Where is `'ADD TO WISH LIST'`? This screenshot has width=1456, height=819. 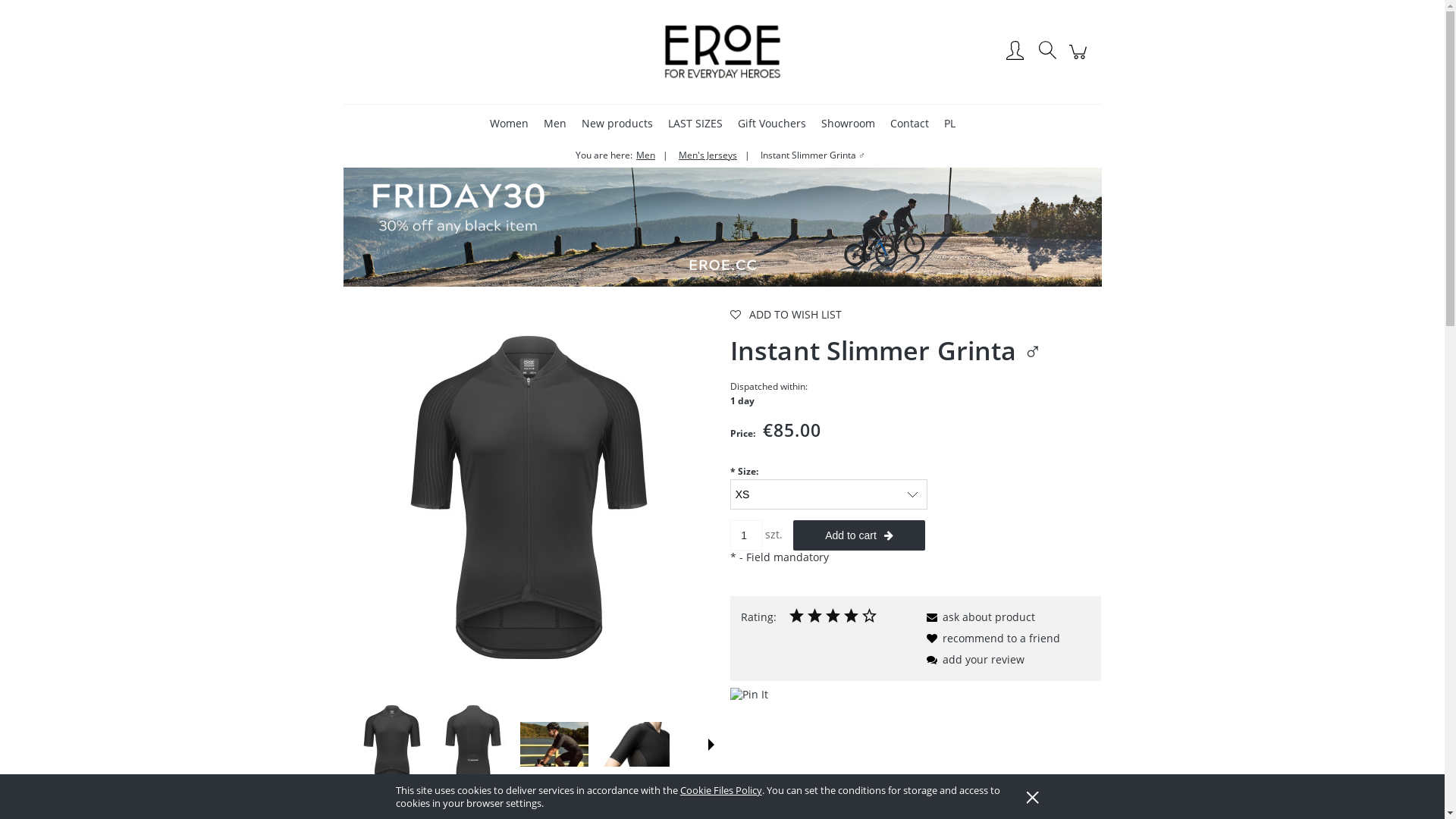
'ADD TO WISH LIST' is located at coordinates (730, 314).